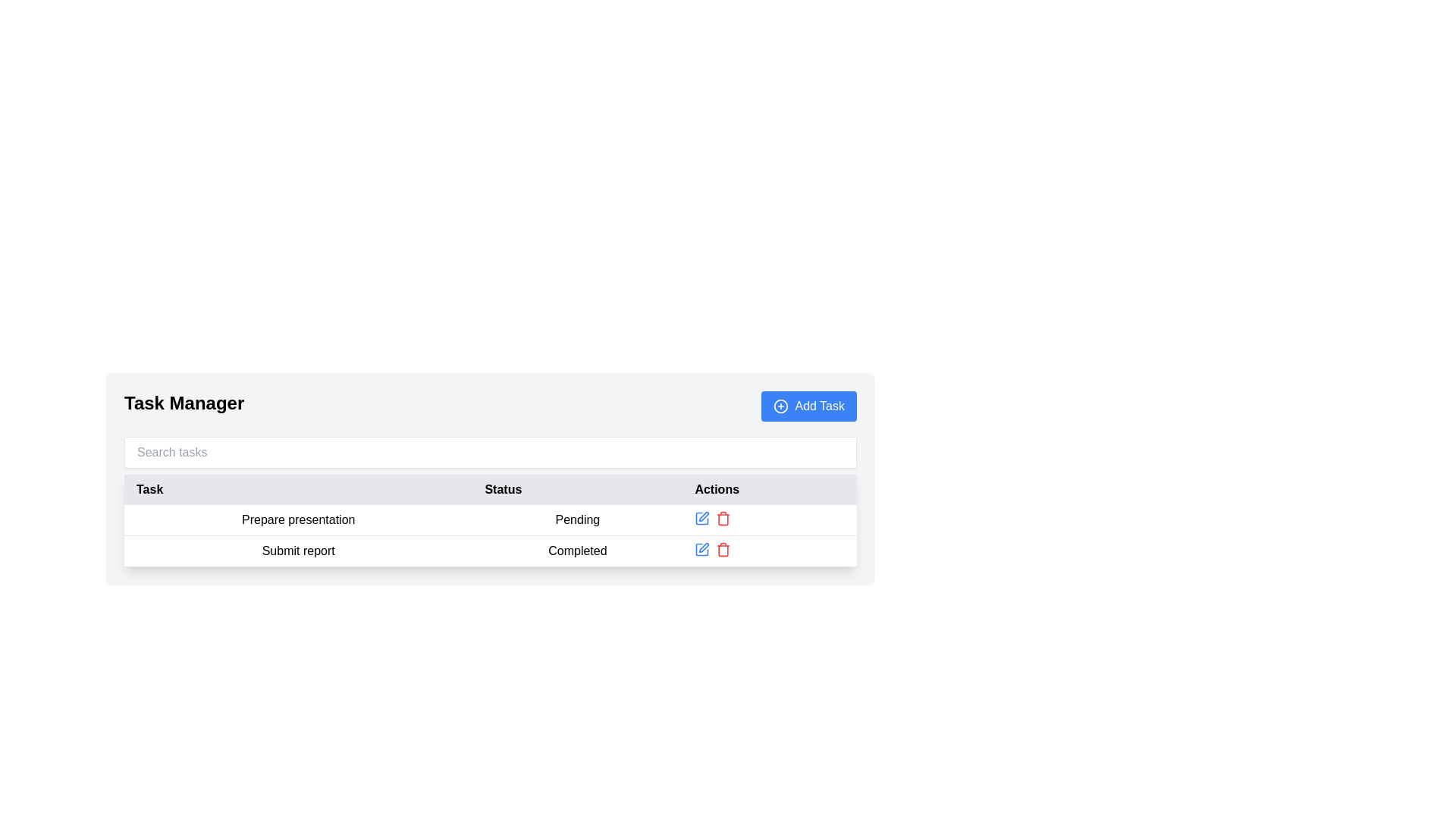  I want to click on the pen icon (Edit) located under the 'Actions' column of the second row in the table of the 'Task Manager' section, so click(703, 516).